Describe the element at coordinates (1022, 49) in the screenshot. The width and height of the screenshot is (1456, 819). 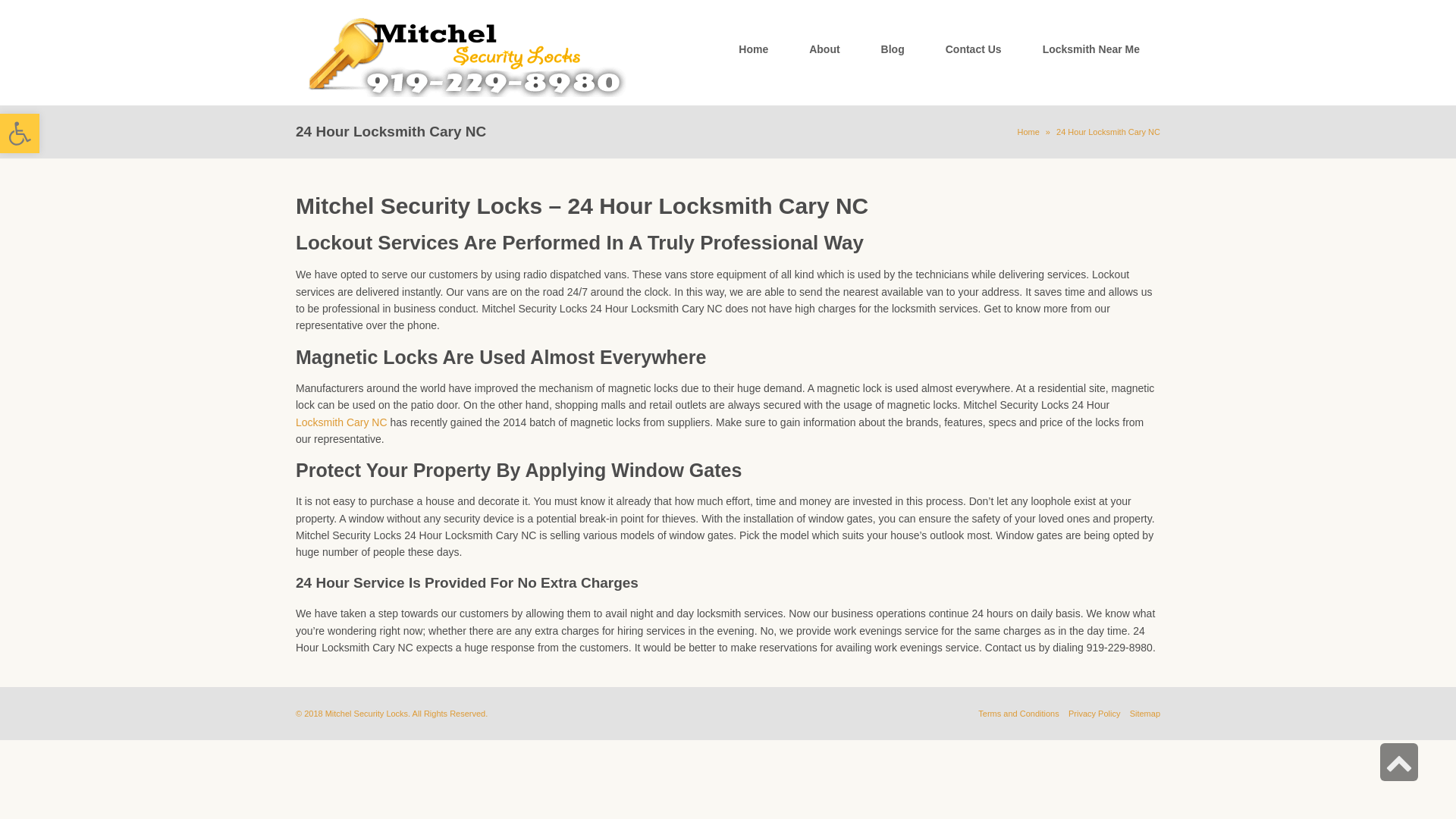
I see `'Locksmith Near Me'` at that location.